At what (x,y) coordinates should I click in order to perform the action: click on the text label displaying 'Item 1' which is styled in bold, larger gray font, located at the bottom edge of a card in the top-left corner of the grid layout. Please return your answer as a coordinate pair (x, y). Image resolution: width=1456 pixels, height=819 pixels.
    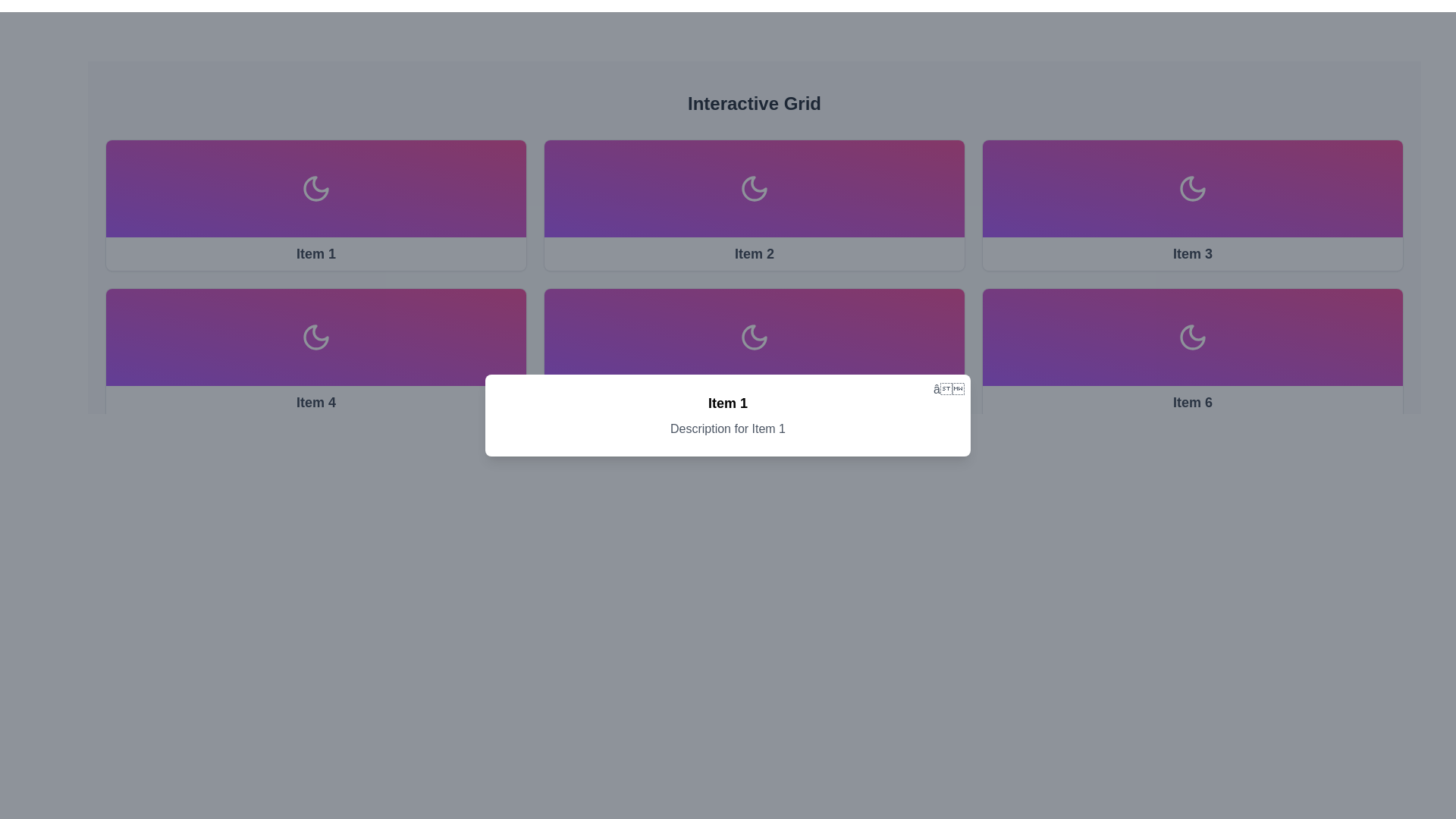
    Looking at the image, I should click on (315, 253).